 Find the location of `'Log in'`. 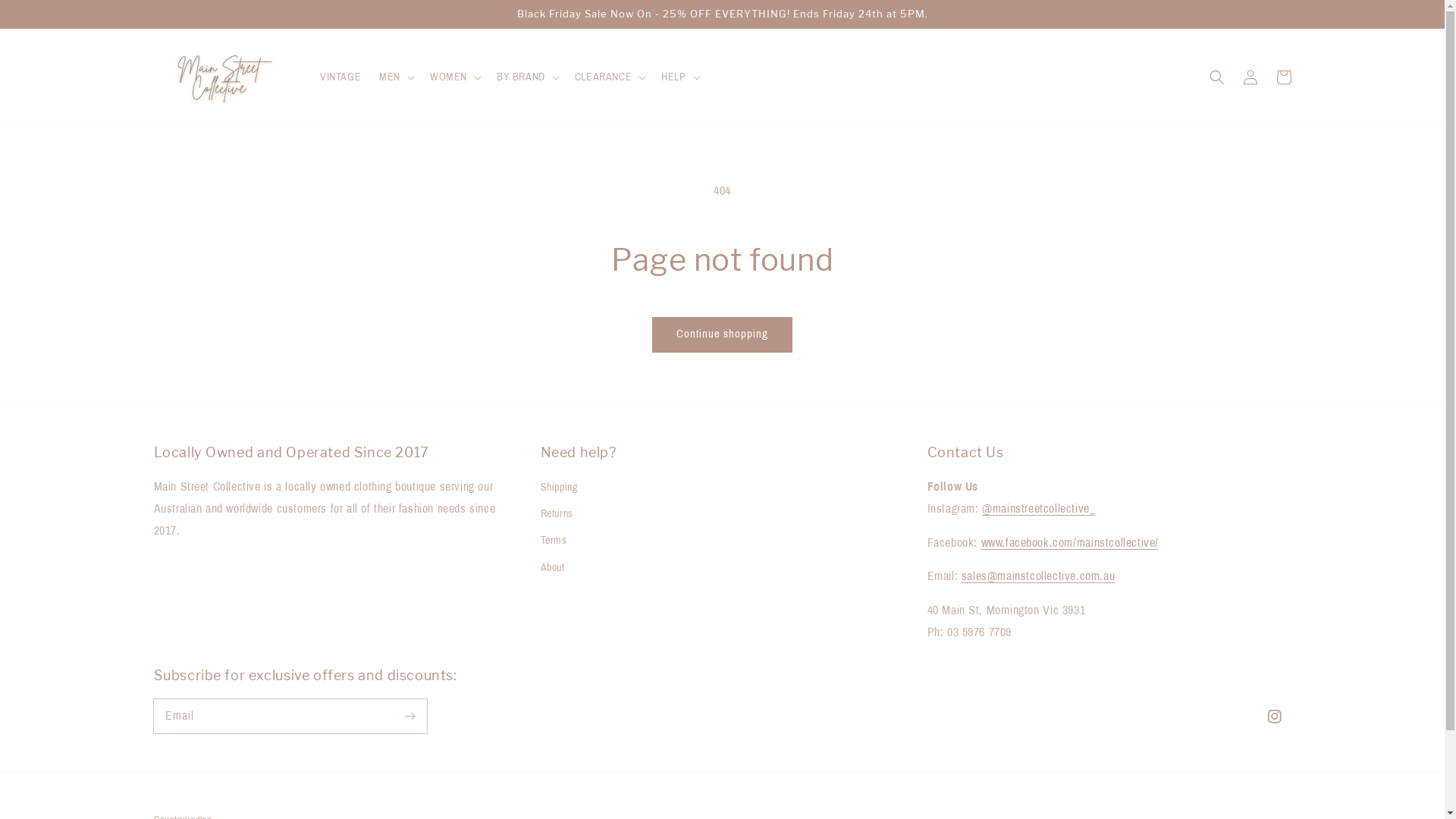

'Log in' is located at coordinates (1249, 77).